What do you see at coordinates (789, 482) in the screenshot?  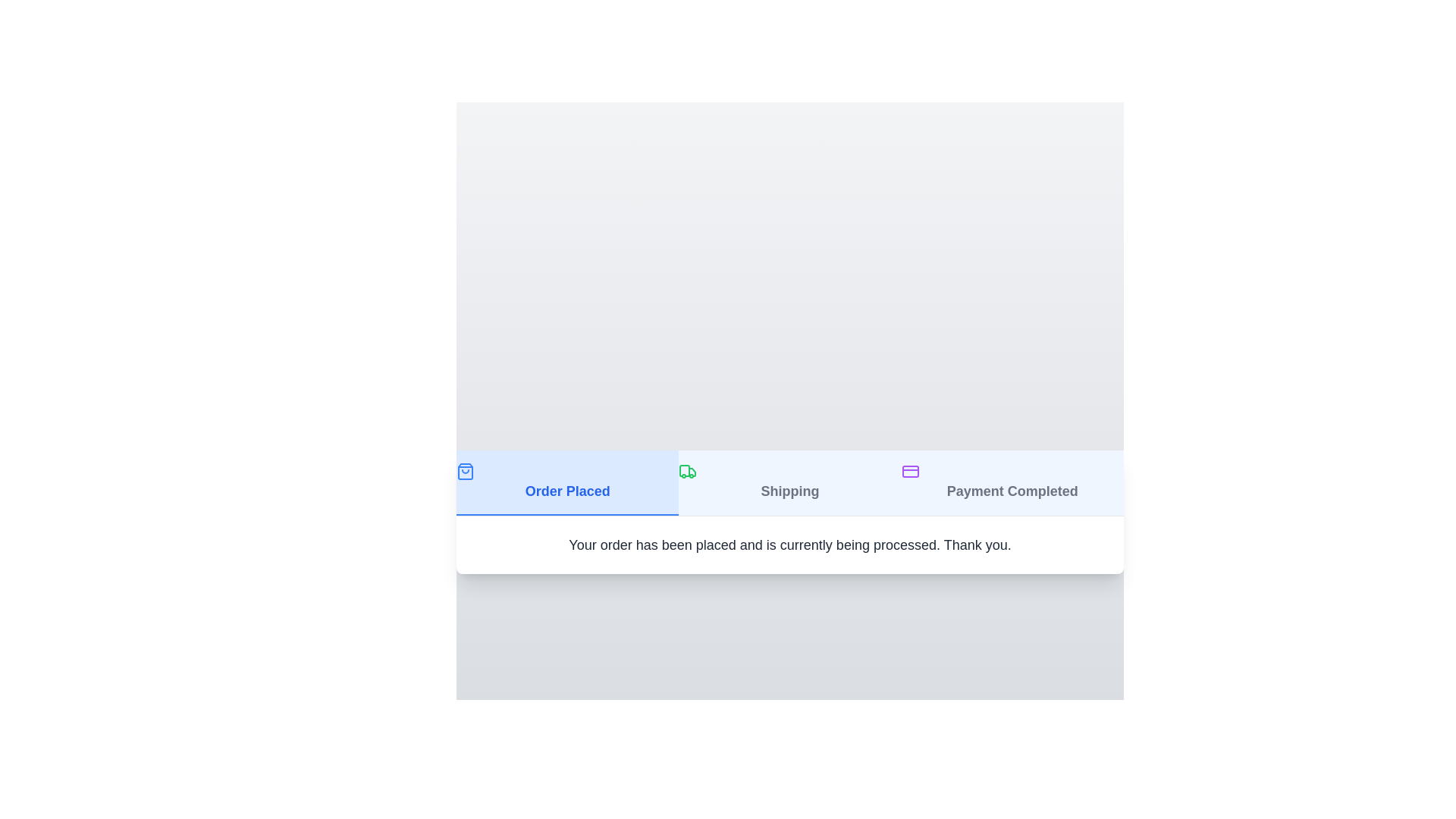 I see `the tab labeled 'Shipping' to observe its hover effect` at bounding box center [789, 482].